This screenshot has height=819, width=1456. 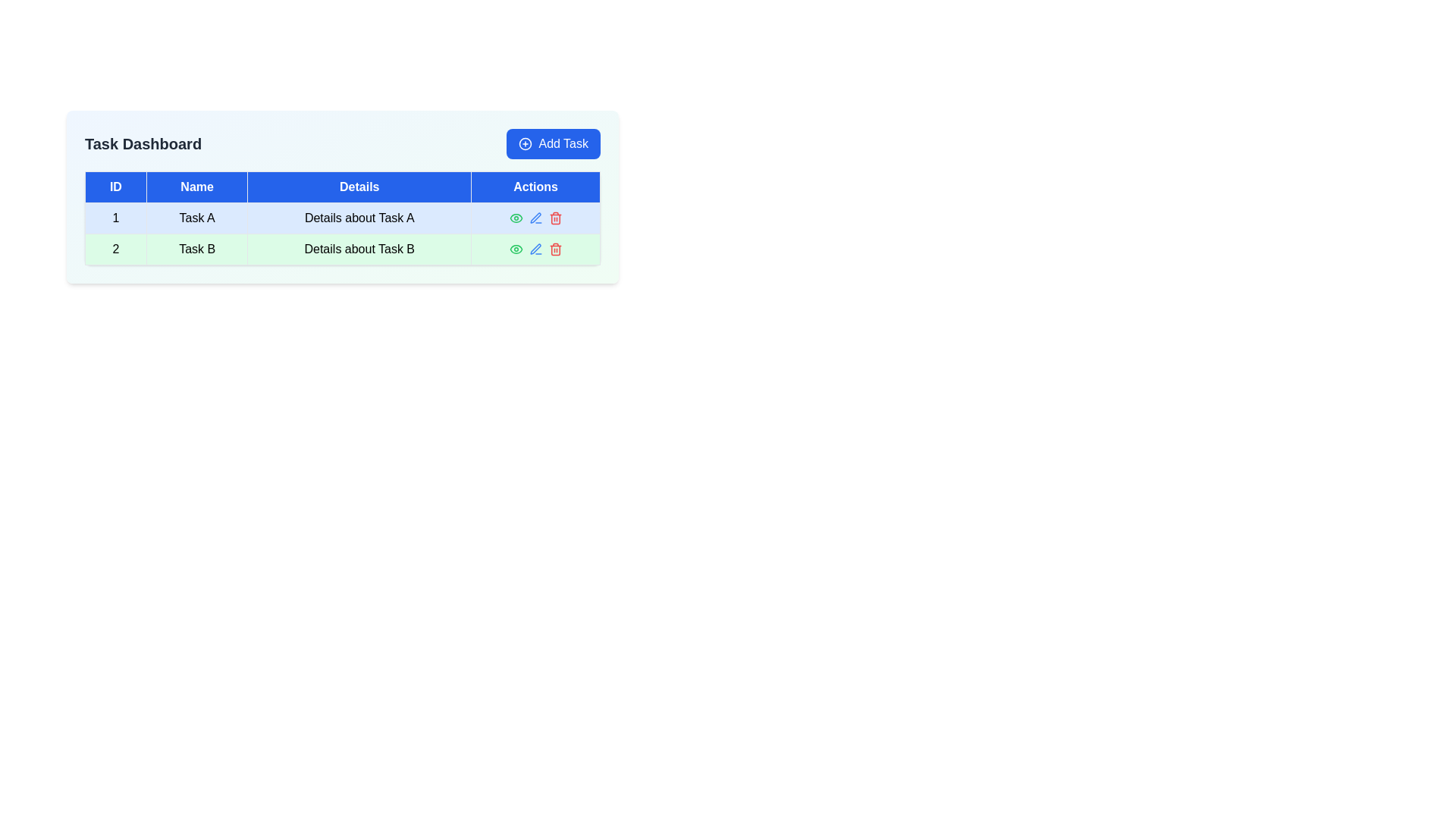 What do you see at coordinates (535, 186) in the screenshot?
I see `the static text label 'Actions' which is the last element in the header row of the table, visually aligned with 'ID', 'Name', and 'Details'` at bounding box center [535, 186].